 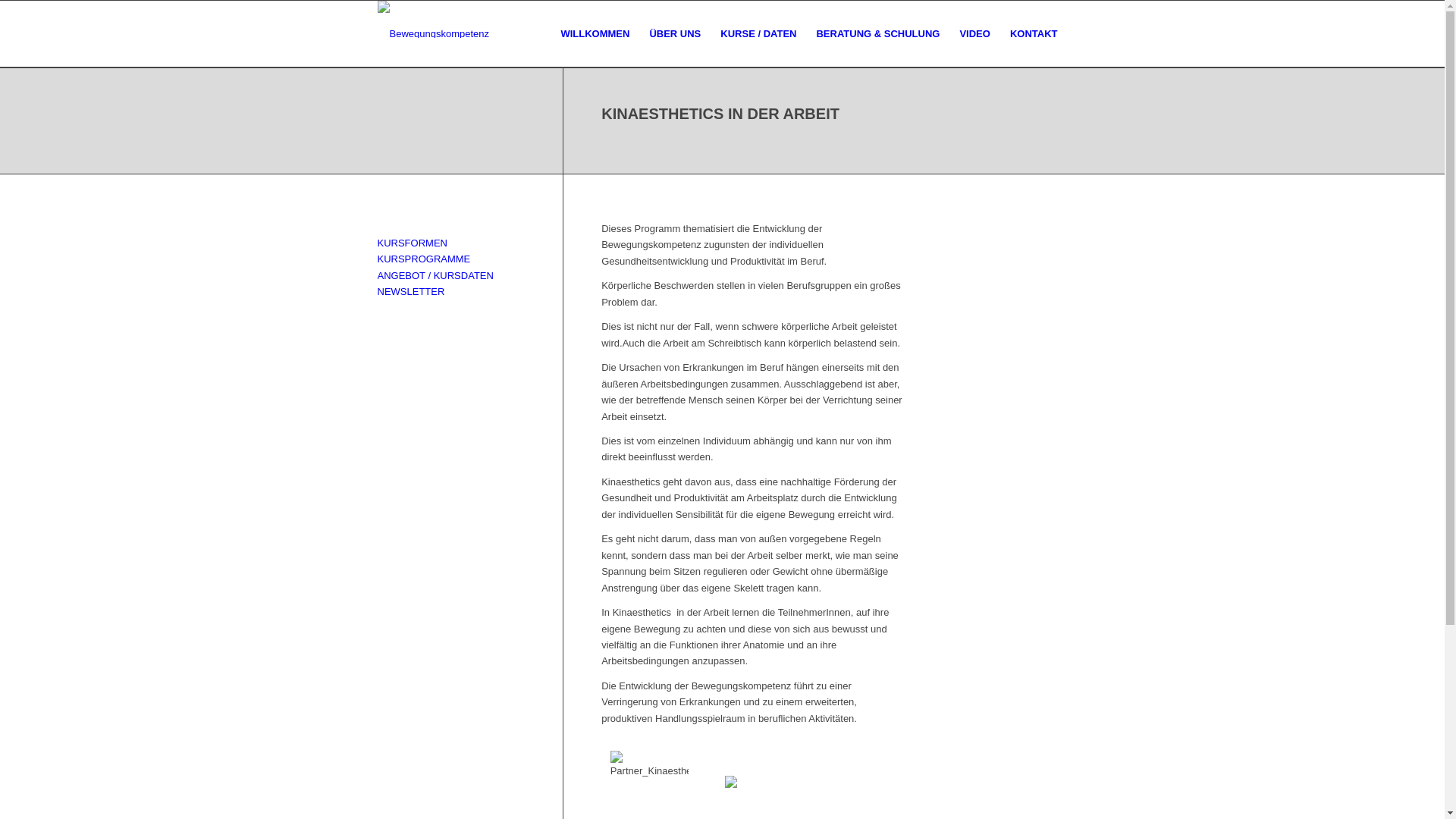 What do you see at coordinates (1033, 34) in the screenshot?
I see `'KONTAKT'` at bounding box center [1033, 34].